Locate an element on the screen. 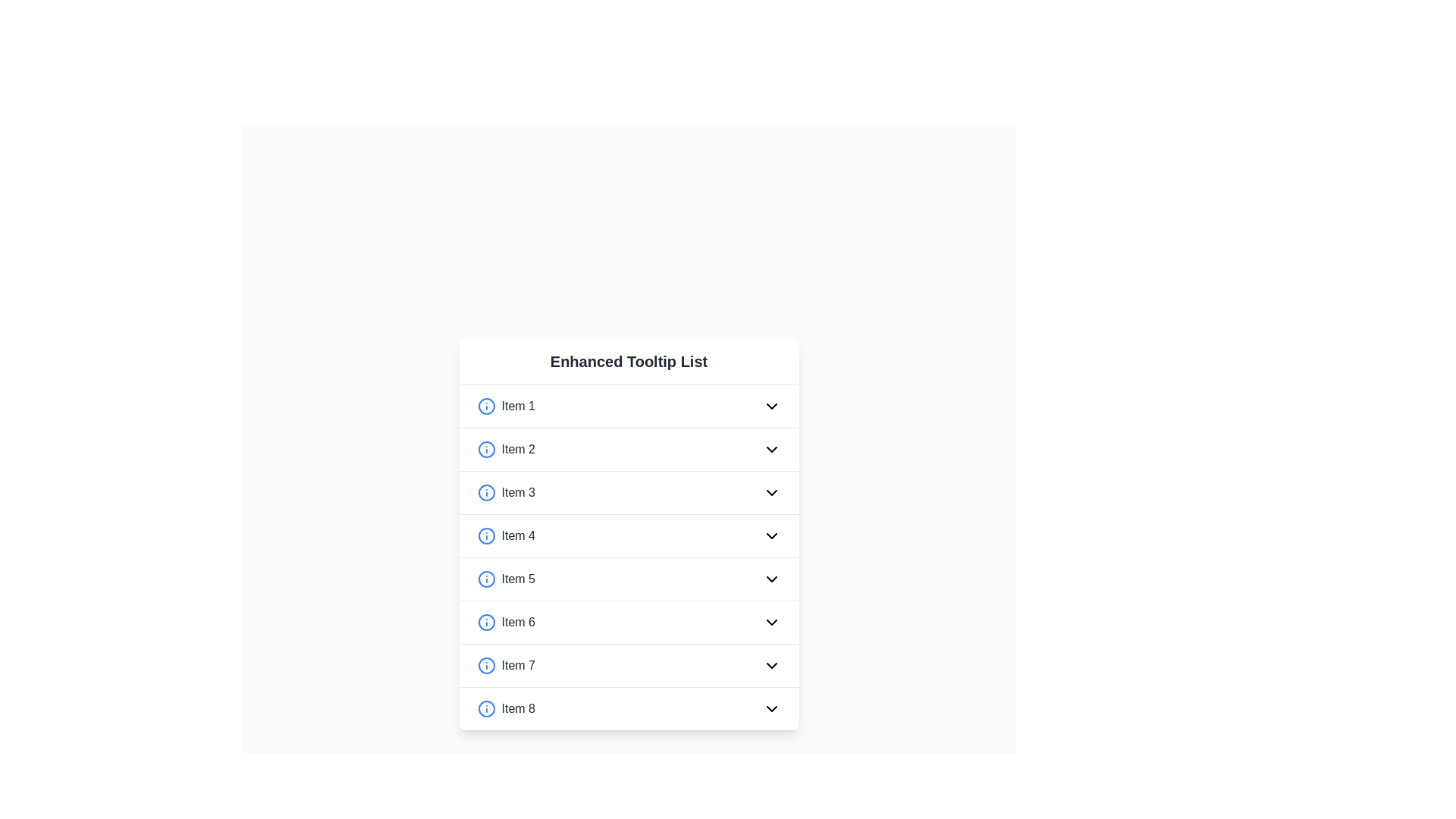 The height and width of the screenshot is (819, 1456). the third item in the 'Enhanced Tooltip List' is located at coordinates (629, 492).